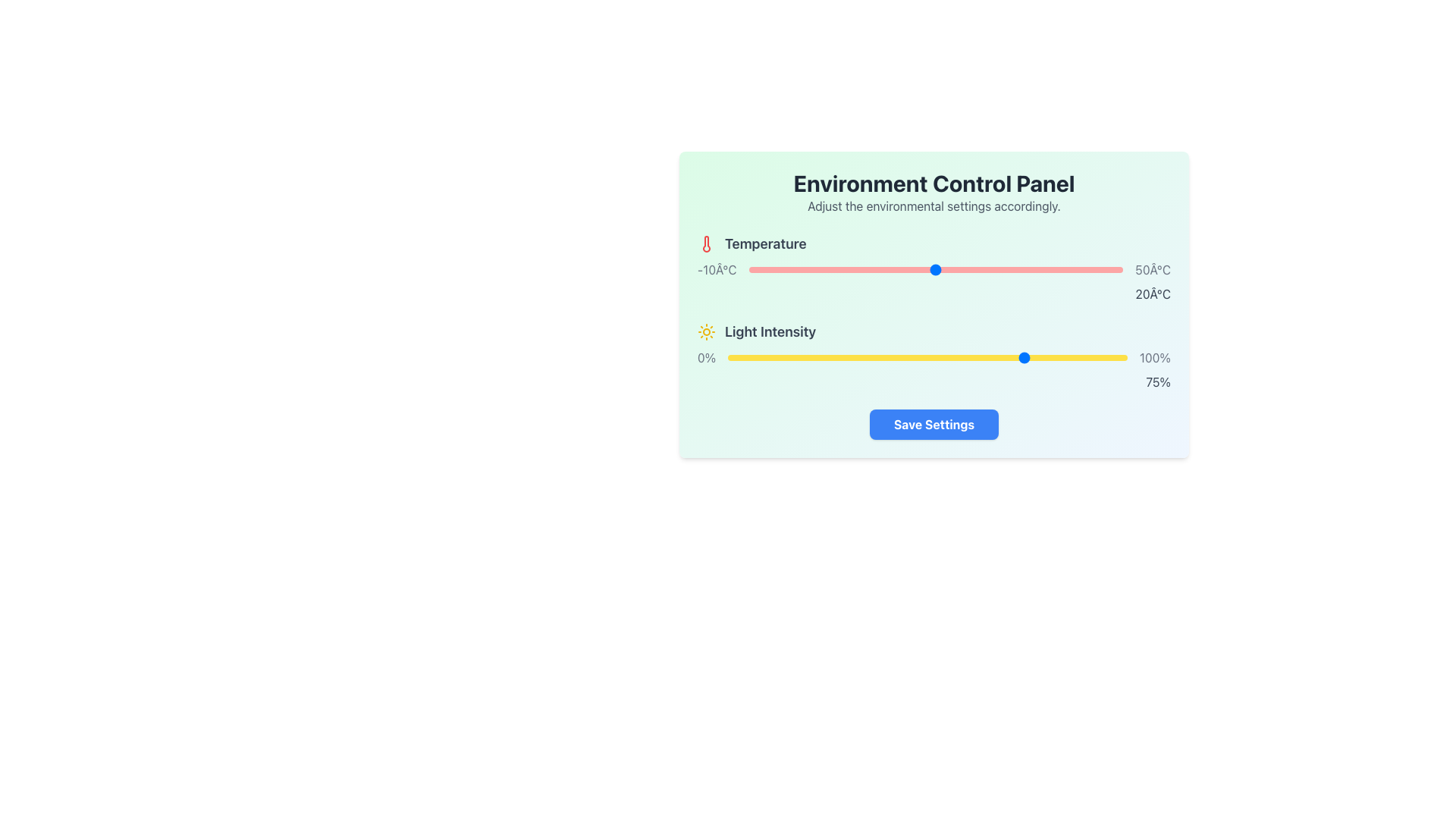 The width and height of the screenshot is (1456, 819). Describe the element at coordinates (1011, 268) in the screenshot. I see `temperature` at that location.